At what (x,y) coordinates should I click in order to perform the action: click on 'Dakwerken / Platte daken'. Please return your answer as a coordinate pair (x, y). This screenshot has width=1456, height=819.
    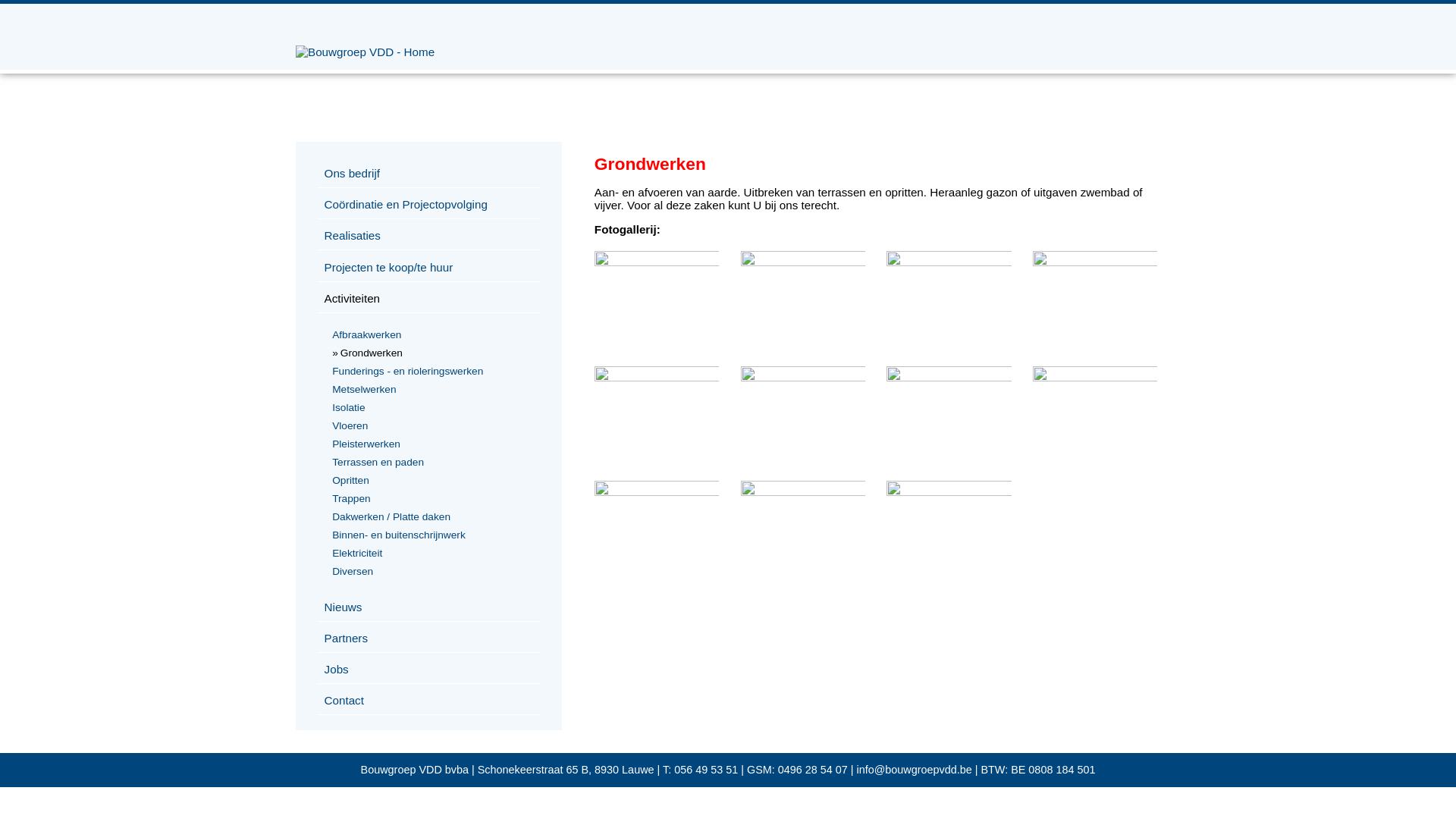
    Looking at the image, I should click on (431, 516).